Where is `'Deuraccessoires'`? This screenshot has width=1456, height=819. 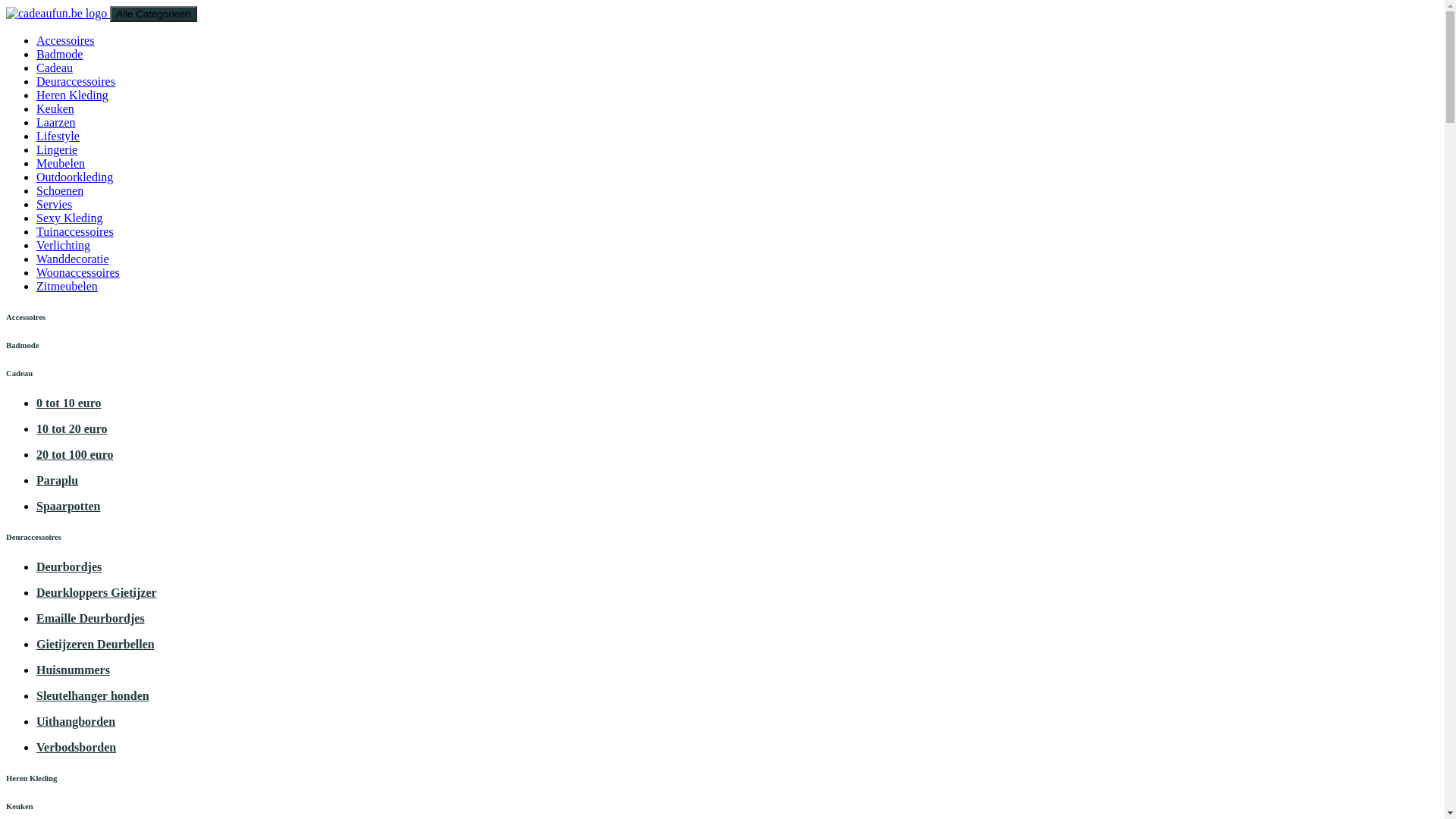 'Deuraccessoires' is located at coordinates (75, 81).